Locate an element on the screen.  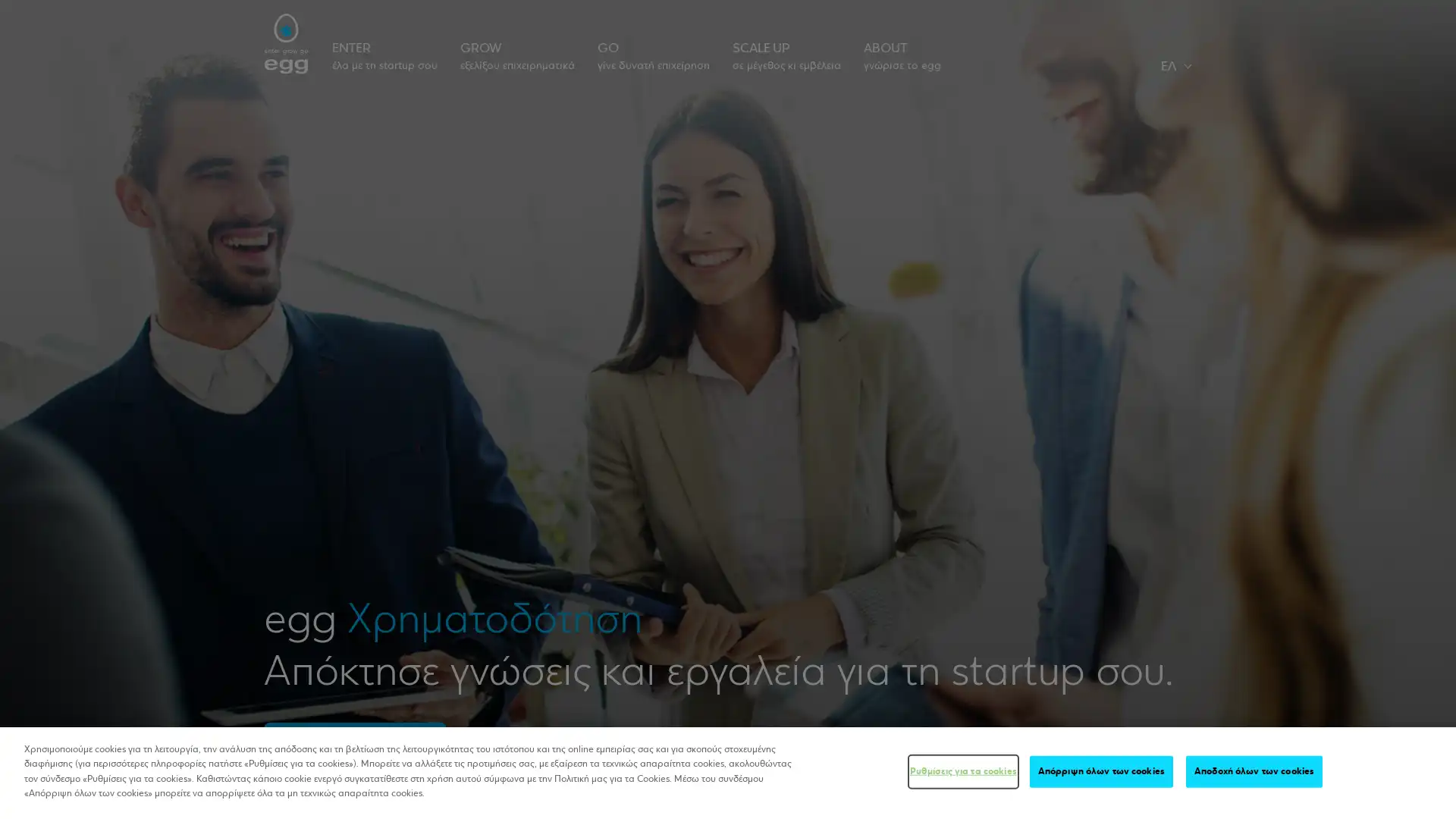
cookies is located at coordinates (962, 771).